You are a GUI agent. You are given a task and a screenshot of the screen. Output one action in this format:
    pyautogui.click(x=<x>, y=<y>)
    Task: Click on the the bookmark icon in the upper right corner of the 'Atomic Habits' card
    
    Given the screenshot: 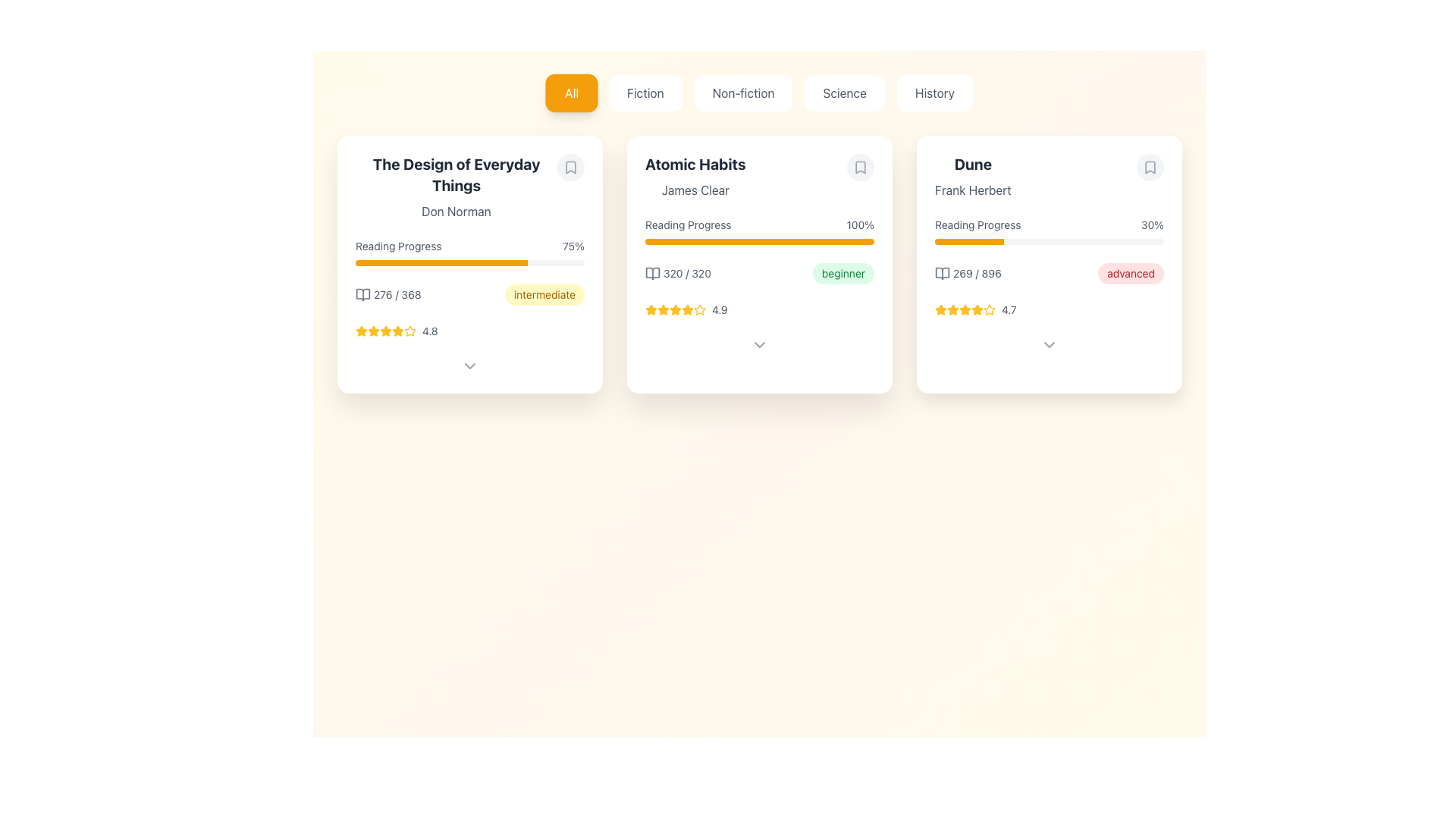 What is the action you would take?
    pyautogui.click(x=860, y=167)
    